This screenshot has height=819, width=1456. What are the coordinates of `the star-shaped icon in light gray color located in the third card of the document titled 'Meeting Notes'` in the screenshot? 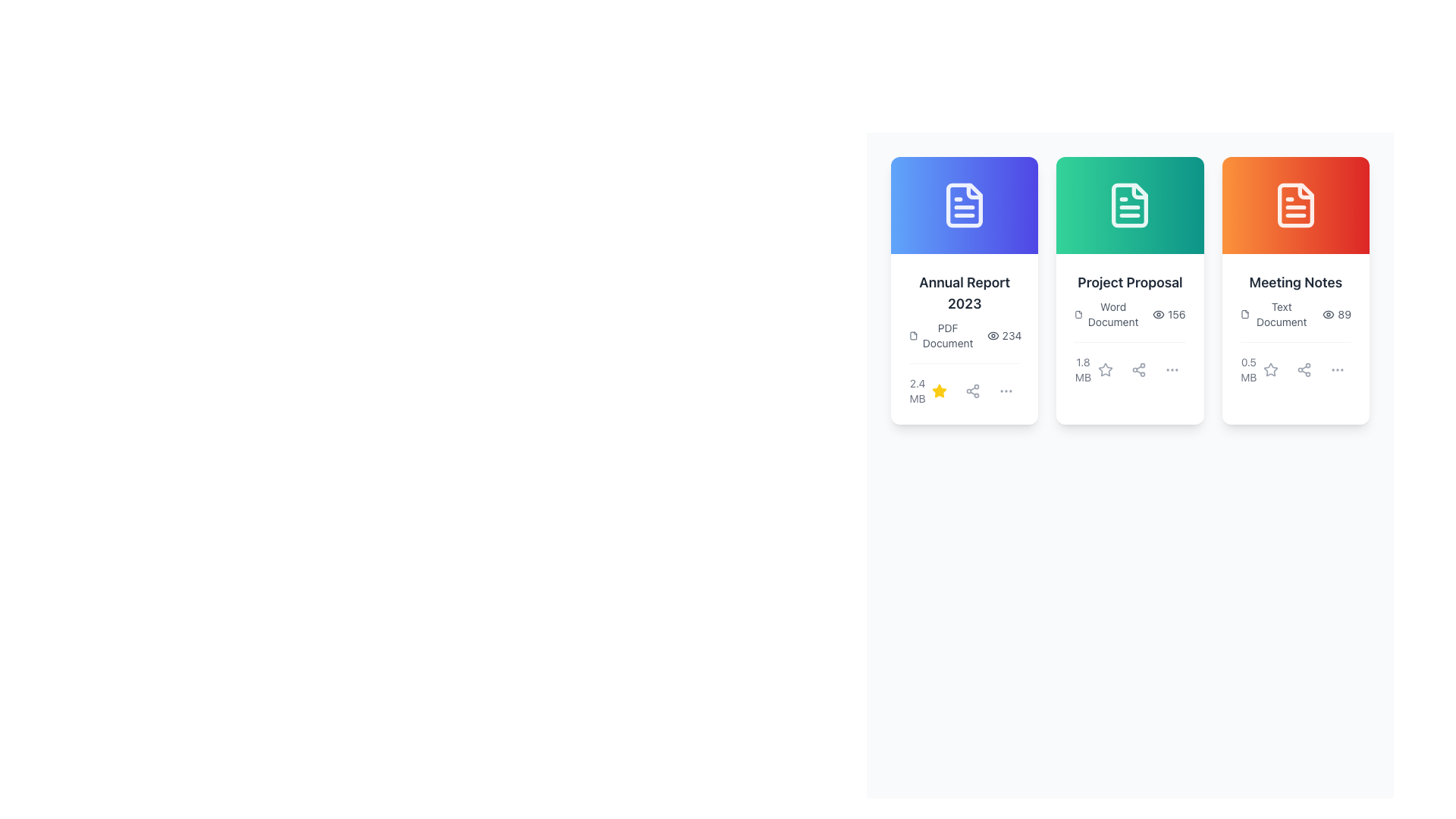 It's located at (1270, 370).